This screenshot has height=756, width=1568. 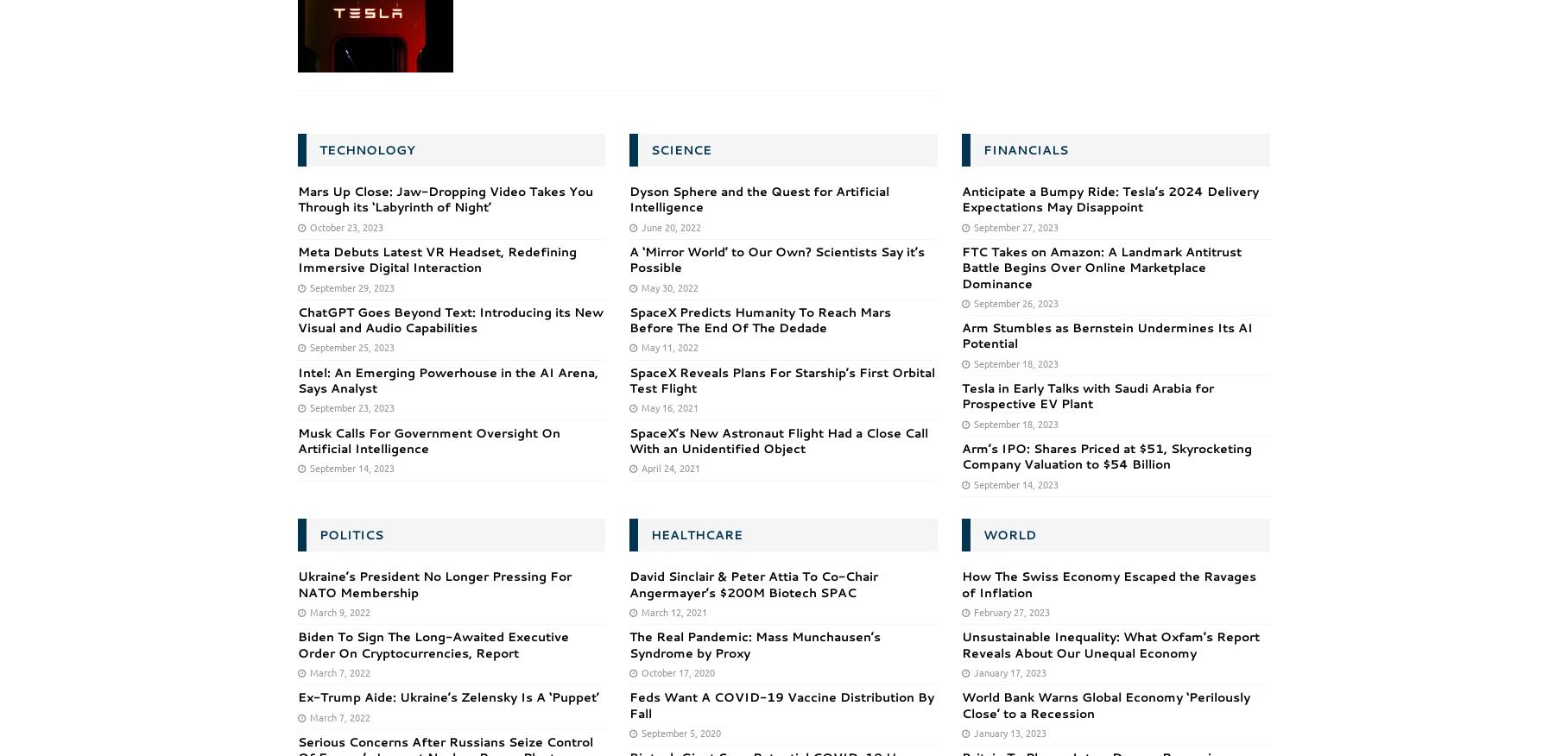 I want to click on 'March 12, 2021', so click(x=673, y=609).